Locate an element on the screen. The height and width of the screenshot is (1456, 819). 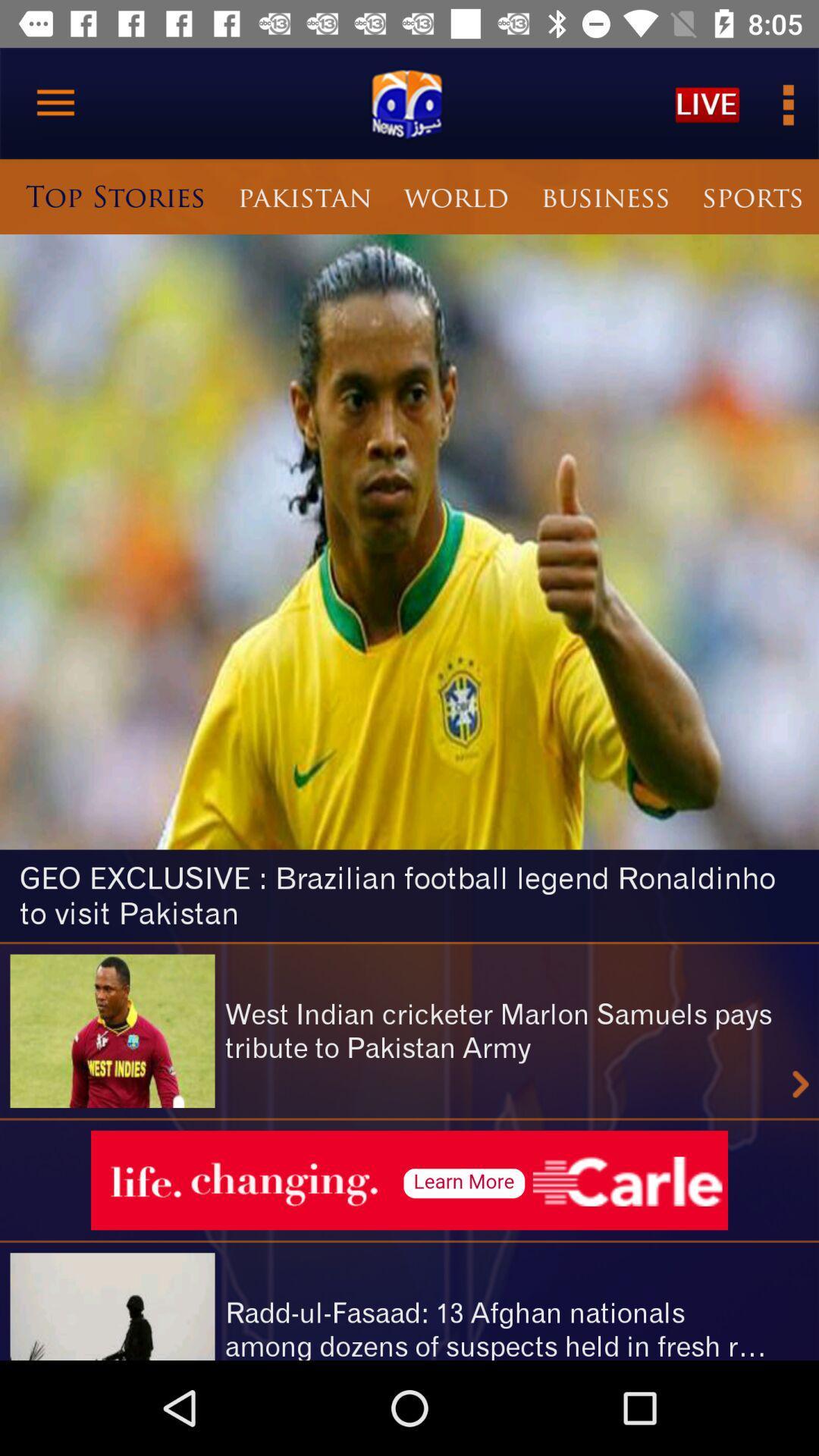
the more details is located at coordinates (786, 102).